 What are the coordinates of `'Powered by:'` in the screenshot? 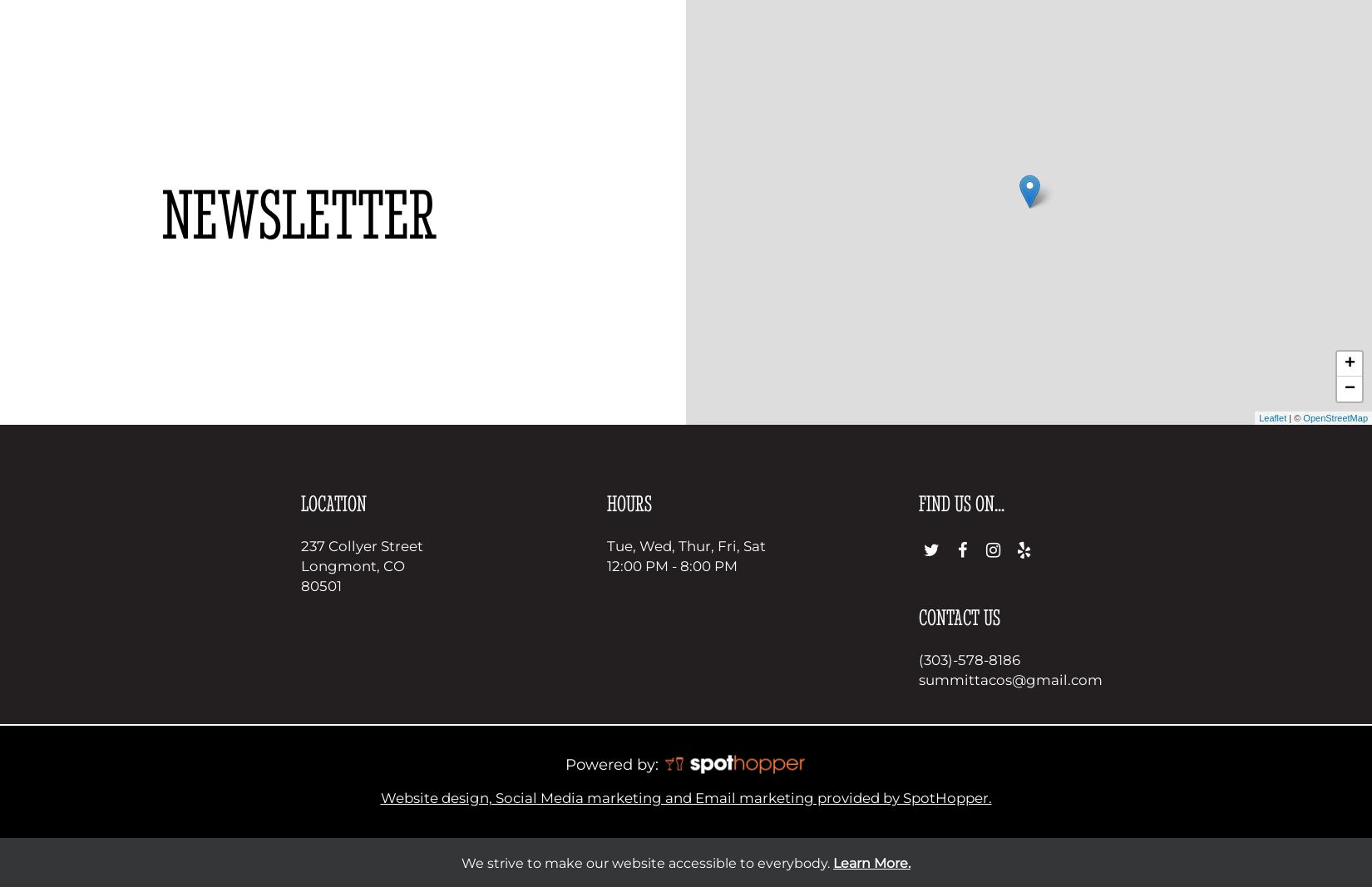 It's located at (563, 763).